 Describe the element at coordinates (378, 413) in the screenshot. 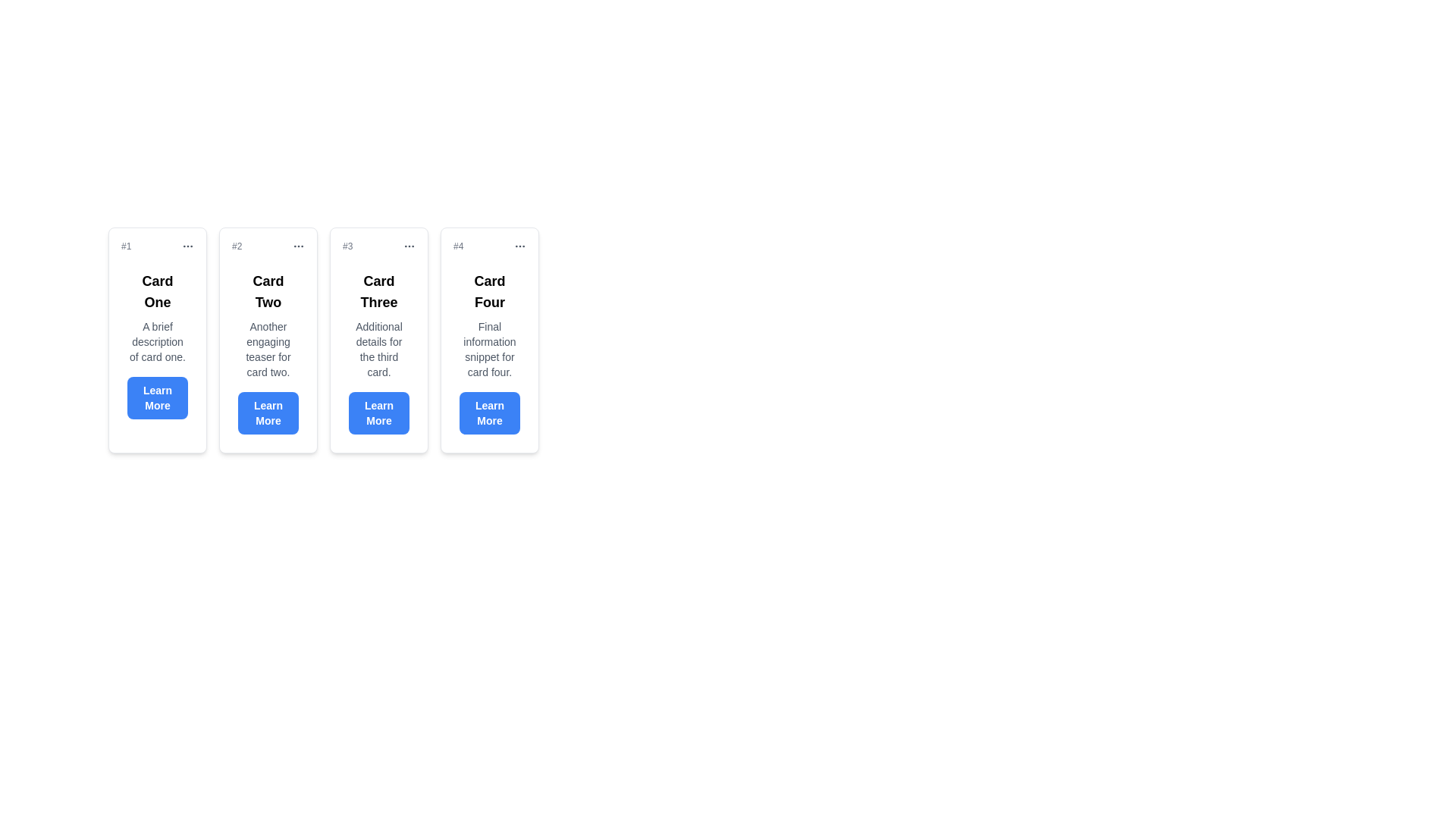

I see `the 'Learn More' button with rounded corners and a blue background, located at the bottom of the third card, to change its background color` at that location.